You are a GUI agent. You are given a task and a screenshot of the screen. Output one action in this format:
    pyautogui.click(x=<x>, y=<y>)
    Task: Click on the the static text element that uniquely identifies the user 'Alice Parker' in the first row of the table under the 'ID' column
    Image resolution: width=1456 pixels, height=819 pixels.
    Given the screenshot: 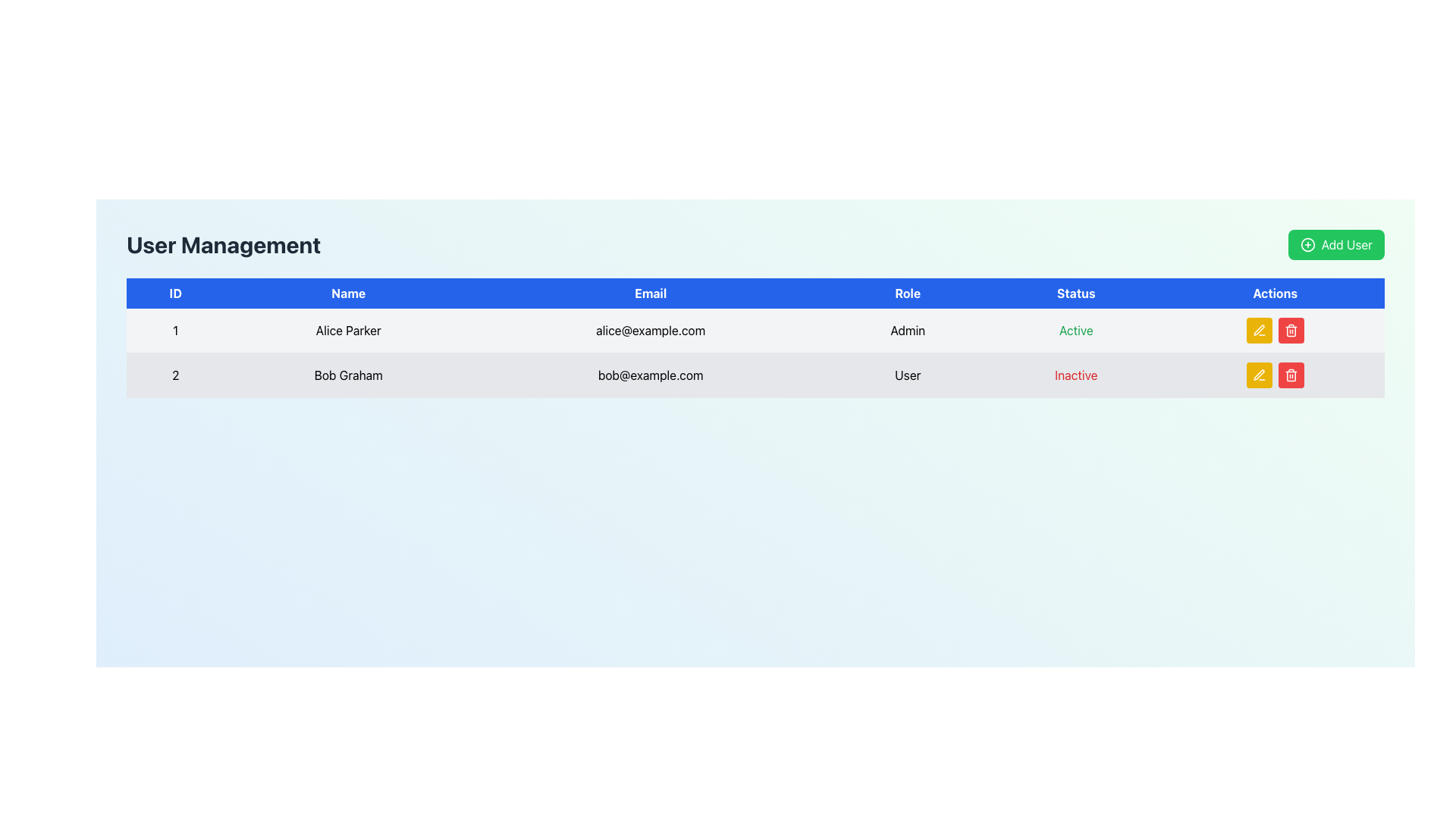 What is the action you would take?
    pyautogui.click(x=175, y=330)
    